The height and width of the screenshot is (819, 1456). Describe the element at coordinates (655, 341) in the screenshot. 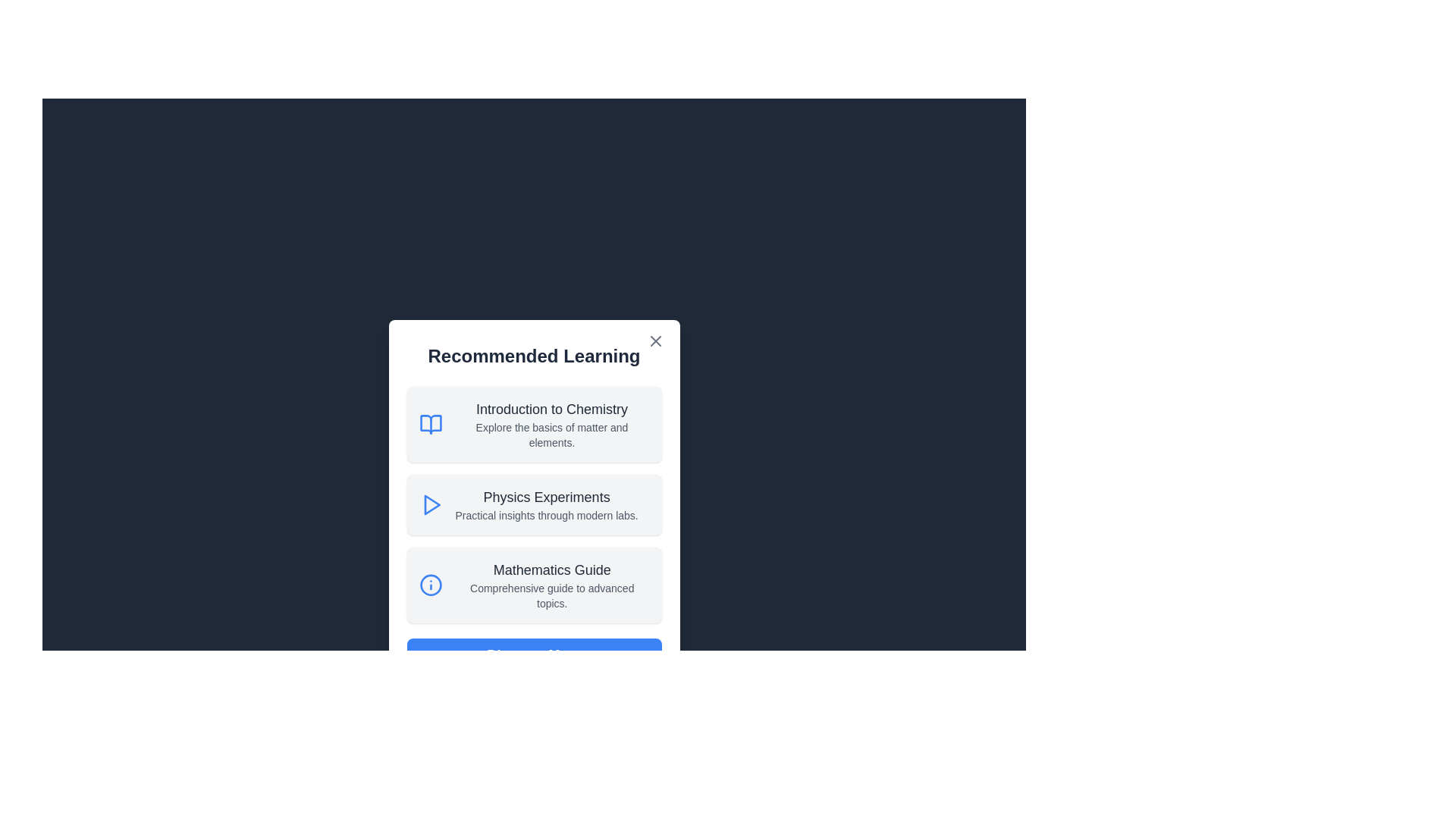

I see `the close button icon represented by a gray 'X' located at the top-right corner of the modal box titled 'Recommended Learning' to observe its styling changes` at that location.